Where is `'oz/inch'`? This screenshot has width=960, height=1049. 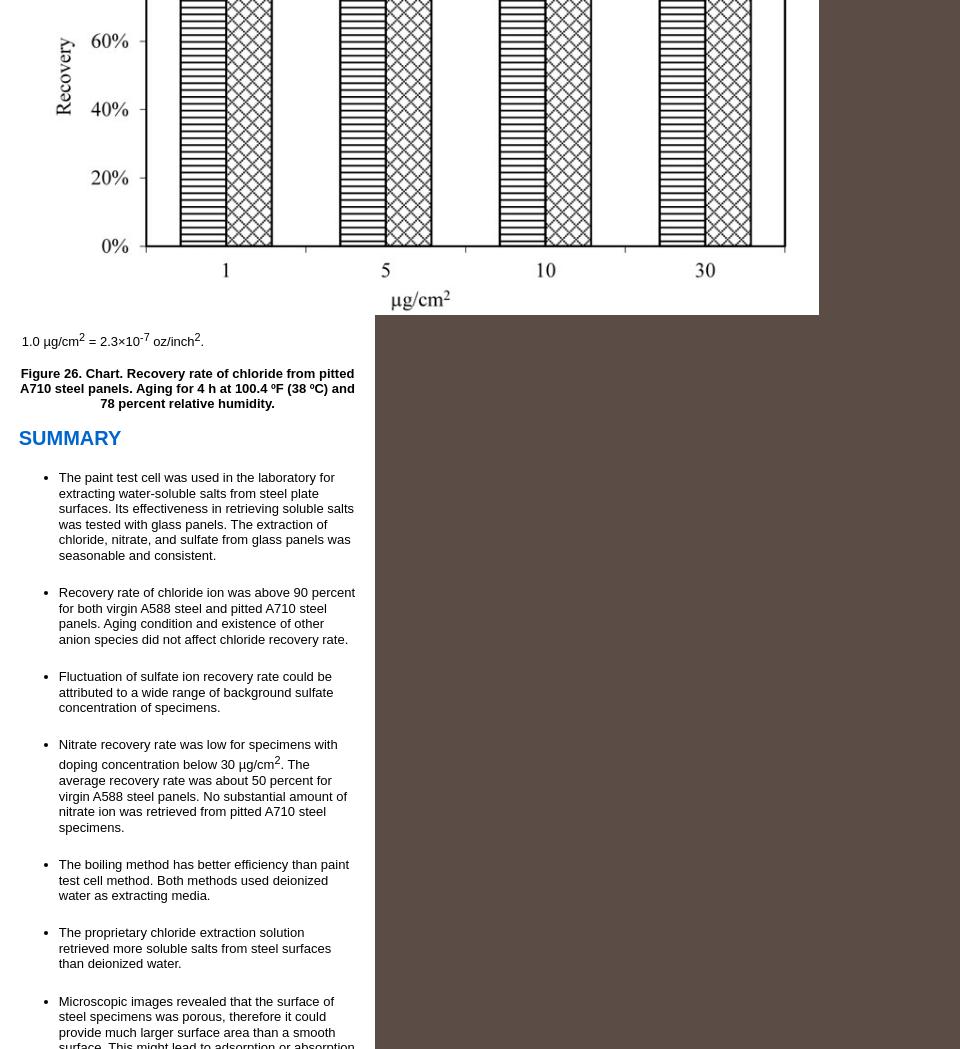
'oz/inch' is located at coordinates (170, 340).